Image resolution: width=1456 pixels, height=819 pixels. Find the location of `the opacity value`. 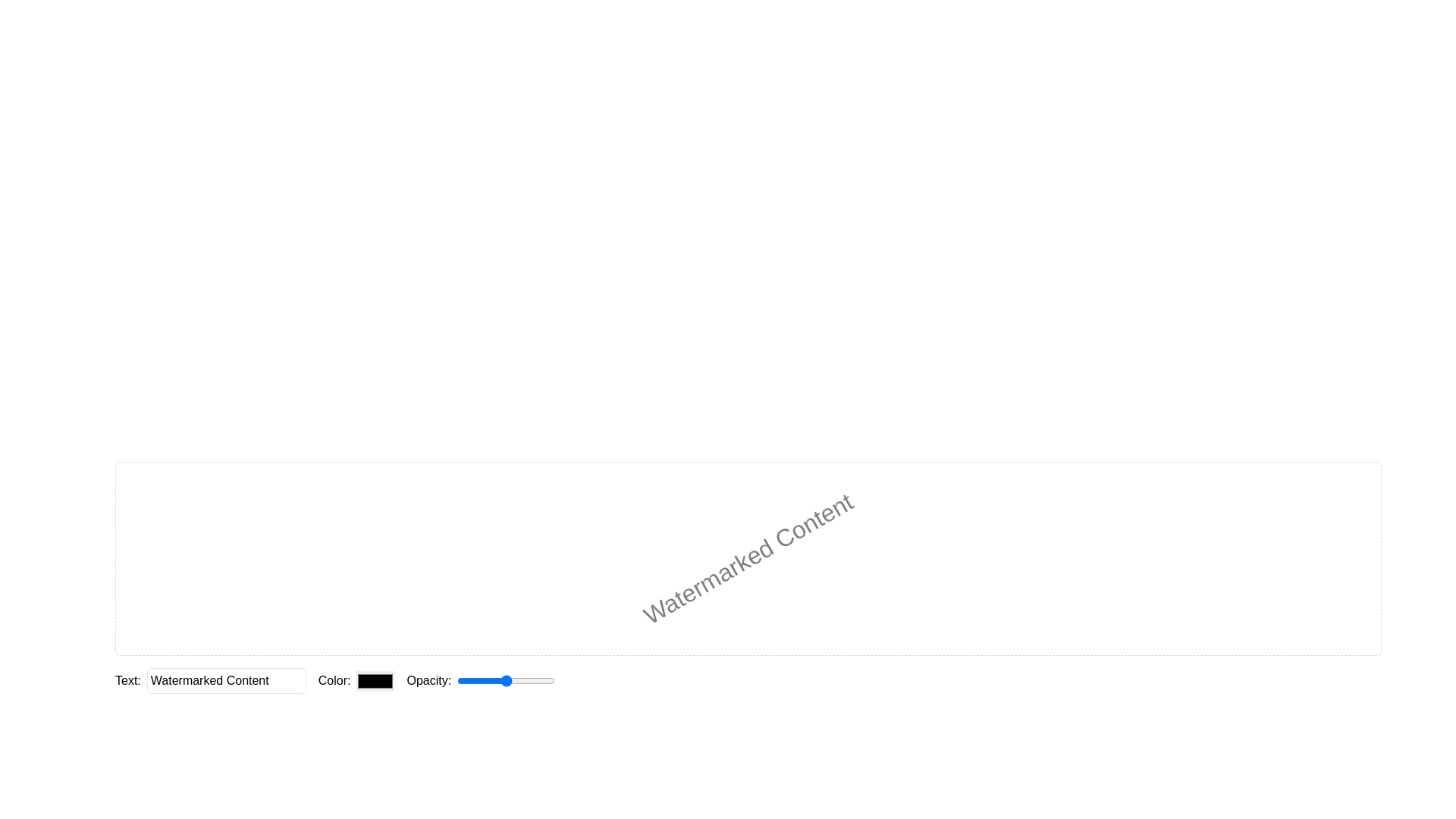

the opacity value is located at coordinates (498, 680).